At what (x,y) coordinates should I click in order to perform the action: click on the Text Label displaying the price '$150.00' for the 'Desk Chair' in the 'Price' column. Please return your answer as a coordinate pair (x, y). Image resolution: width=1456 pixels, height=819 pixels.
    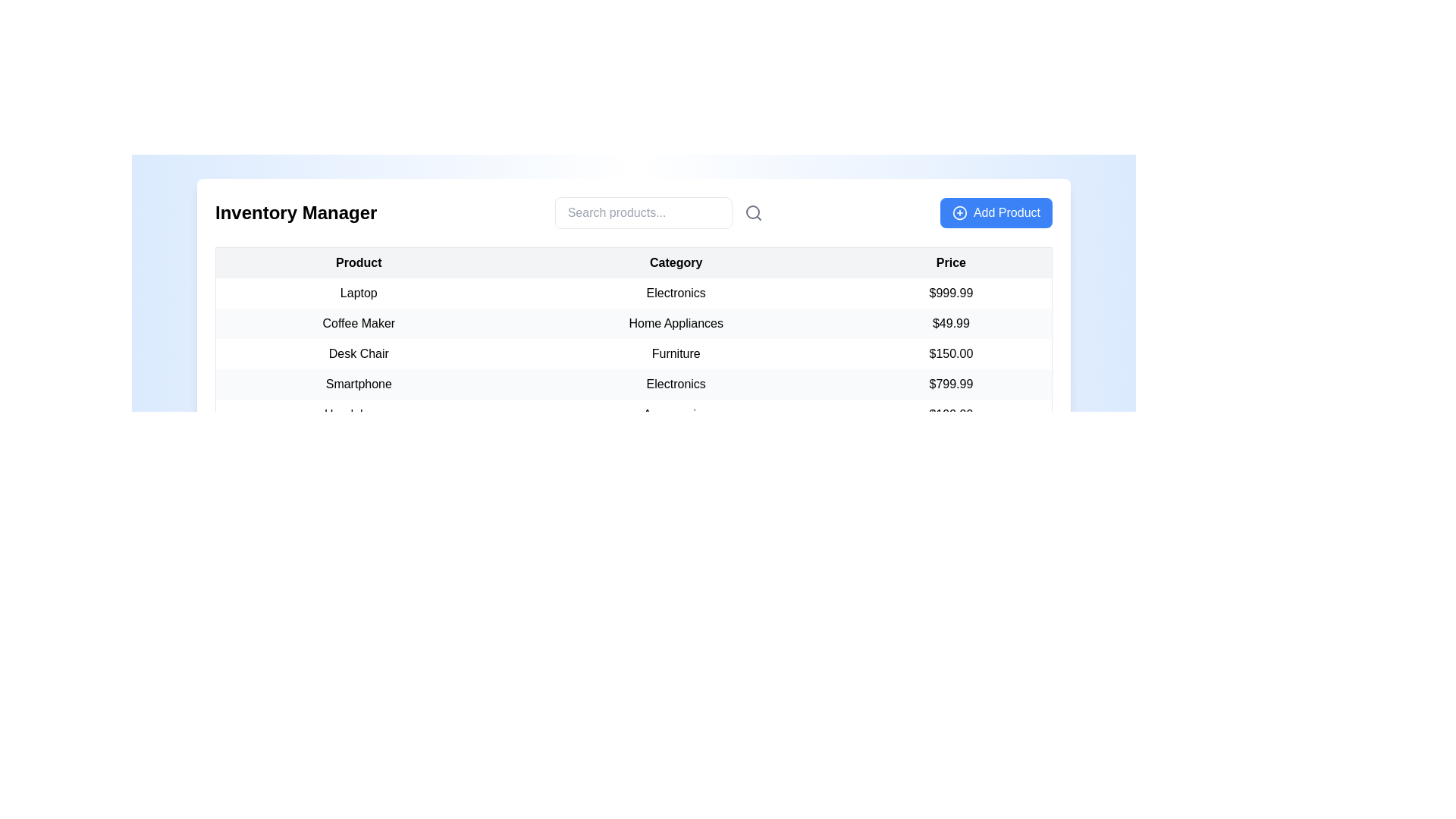
    Looking at the image, I should click on (950, 353).